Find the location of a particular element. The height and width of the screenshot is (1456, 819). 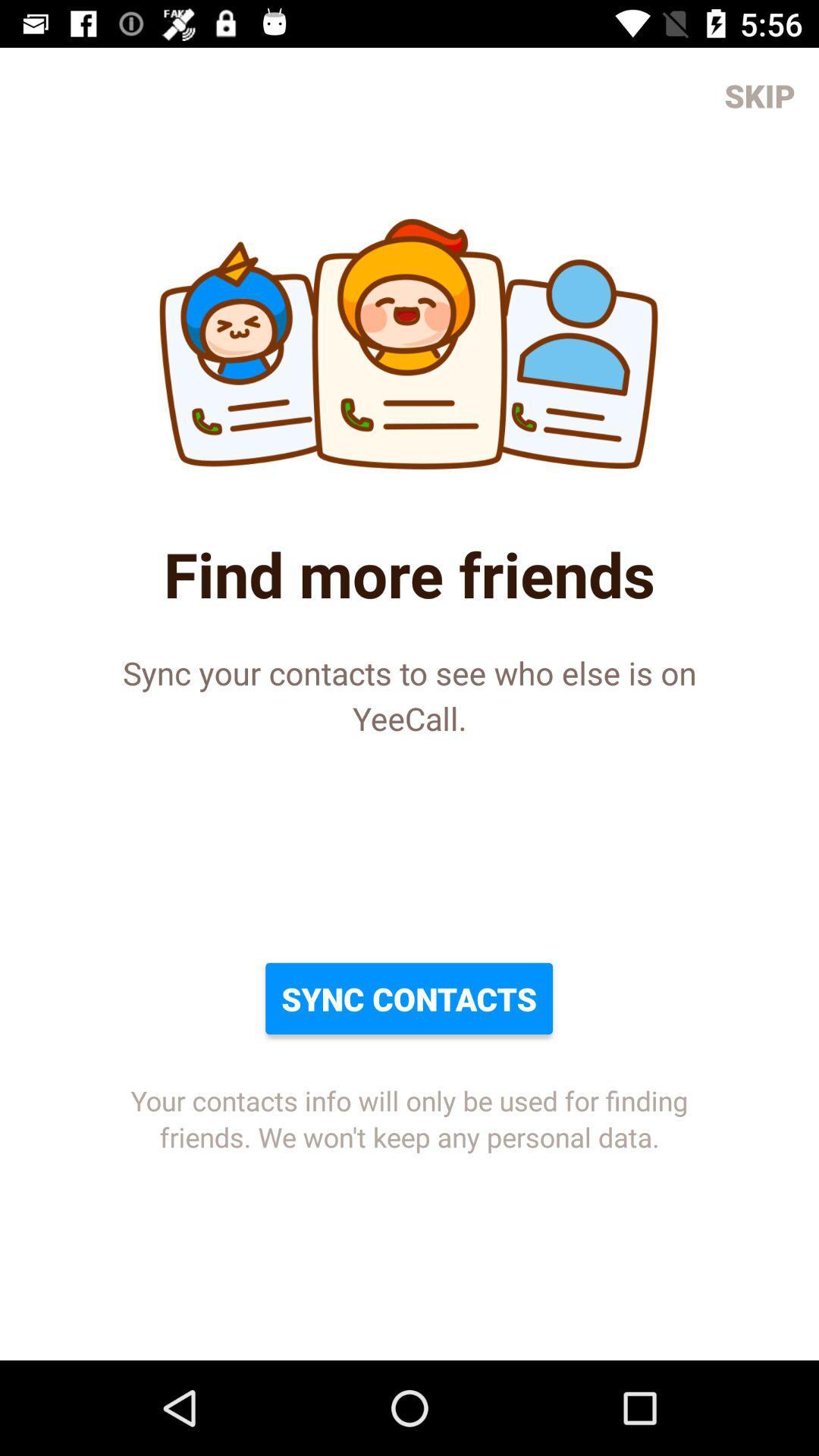

the icon at the top right corner is located at coordinates (760, 94).